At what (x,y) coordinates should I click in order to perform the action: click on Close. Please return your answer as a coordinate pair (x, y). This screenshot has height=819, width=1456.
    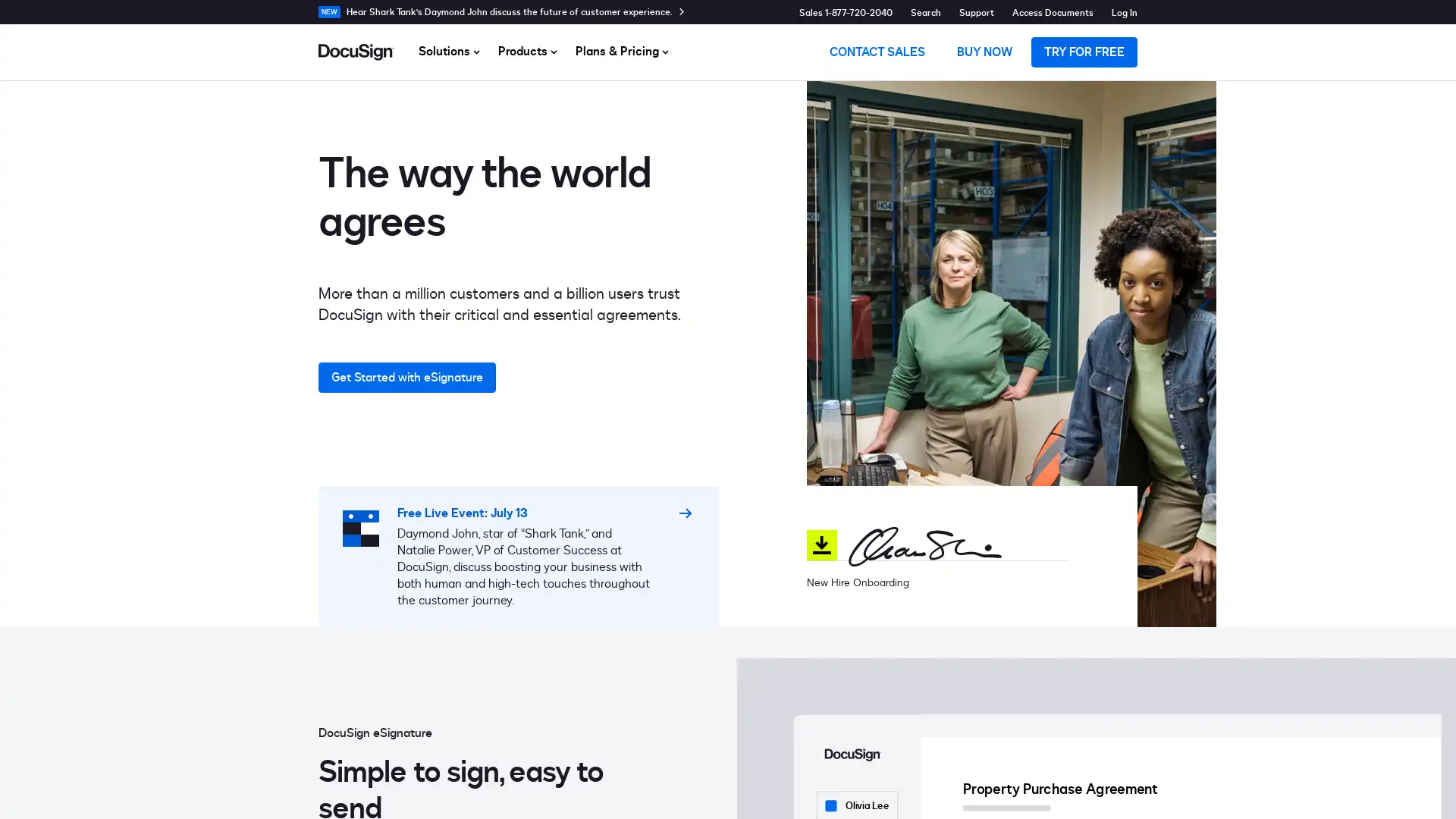
    Looking at the image, I should click on (1430, 784).